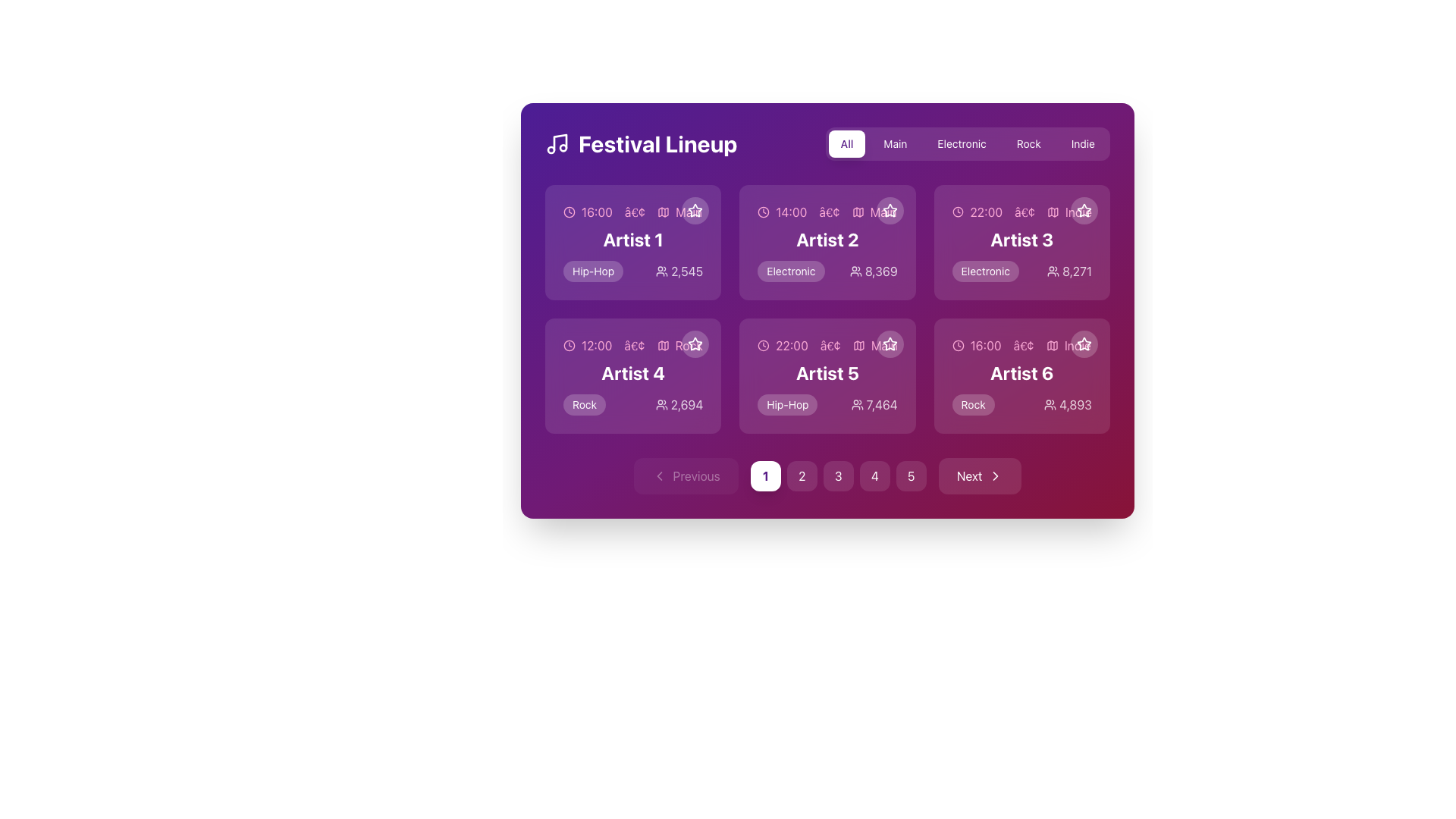 The height and width of the screenshot is (819, 1456). I want to click on the favorite toggle button for 'Artist 3' located in the top-right corner of the card, so click(1084, 210).